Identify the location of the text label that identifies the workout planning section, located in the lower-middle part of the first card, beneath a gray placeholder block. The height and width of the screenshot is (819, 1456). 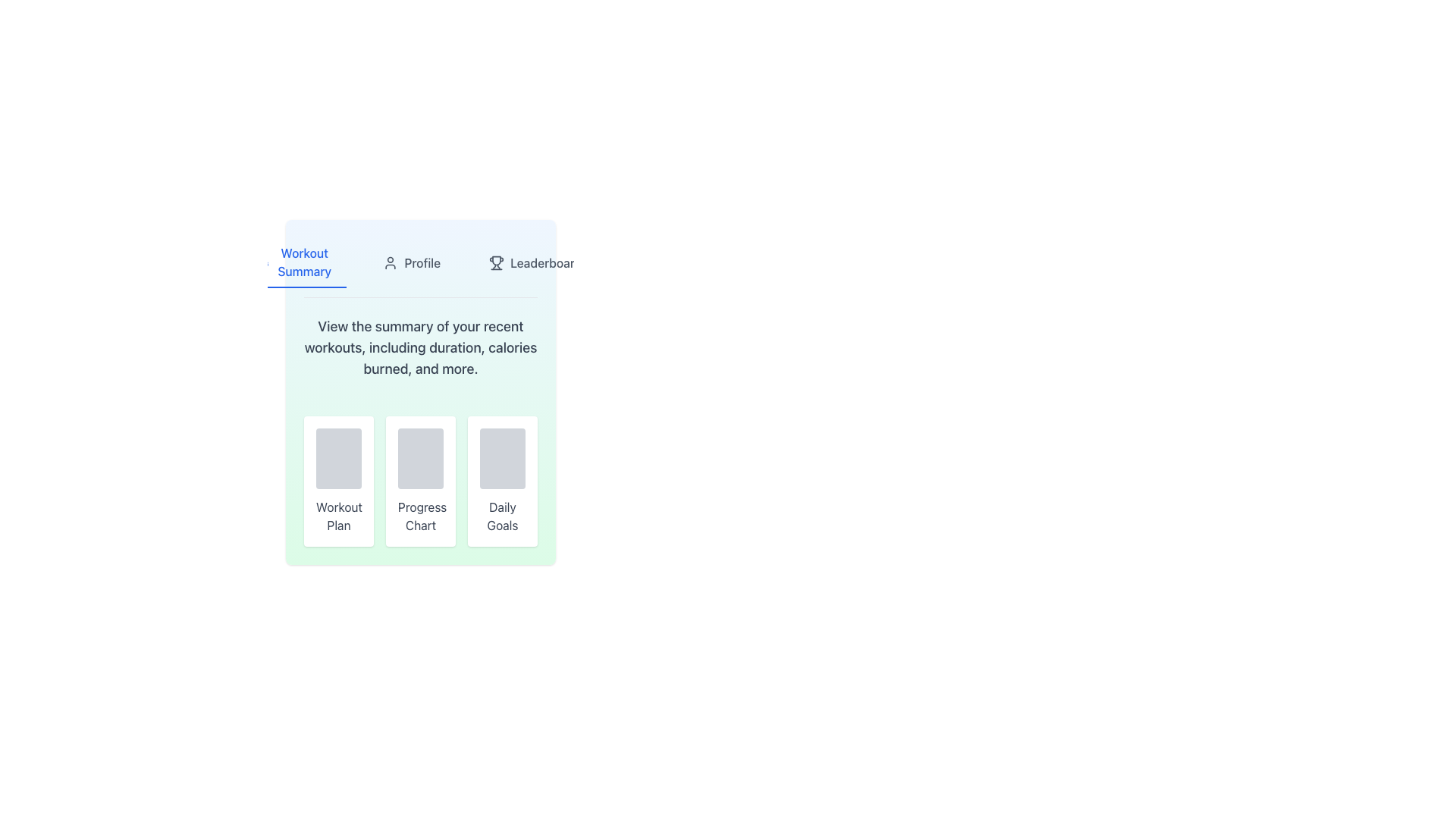
(337, 516).